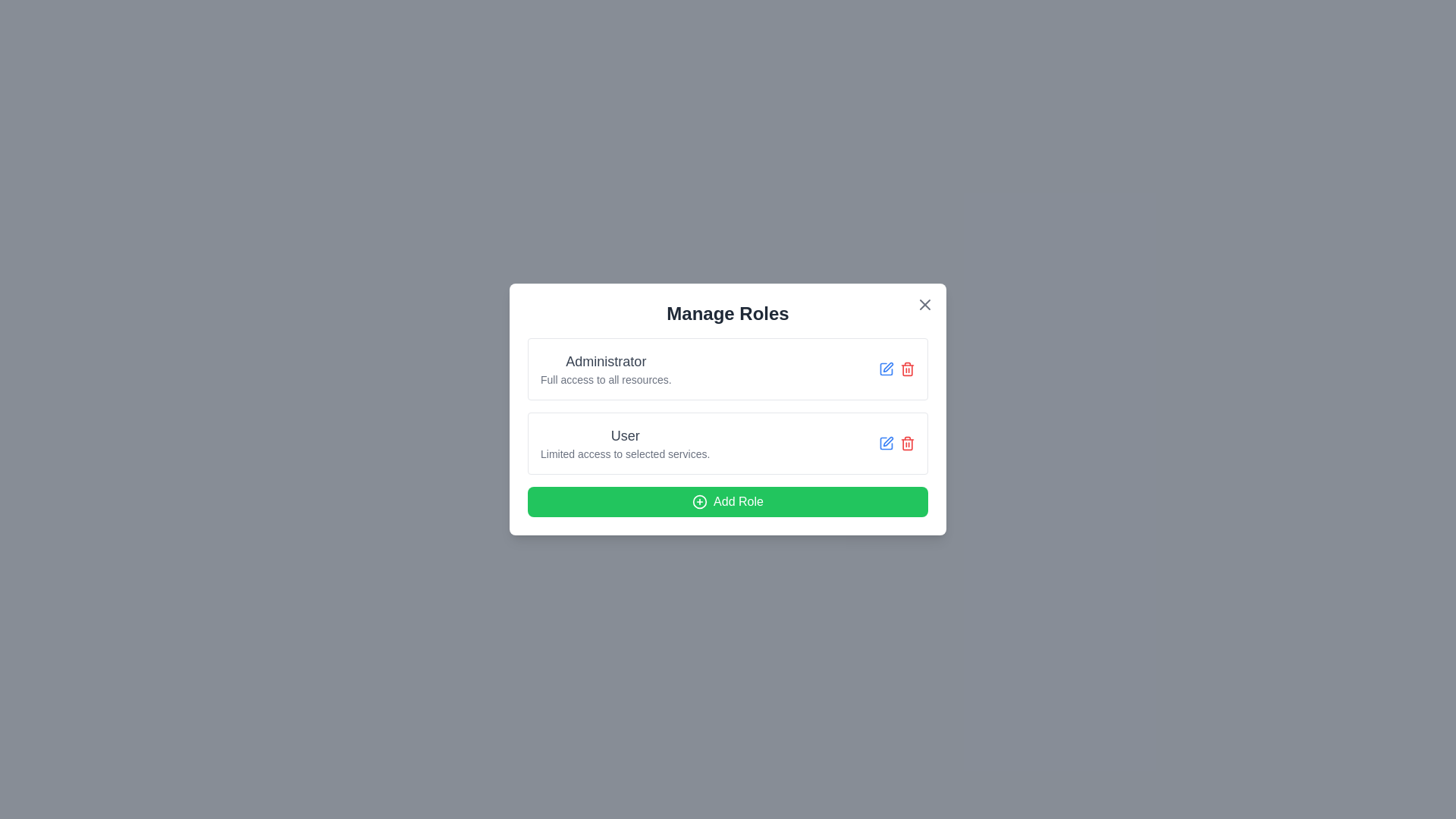  I want to click on the Text Display element that represents the user role description 'User' located in the 'Manage Roles' dialog, so click(625, 444).